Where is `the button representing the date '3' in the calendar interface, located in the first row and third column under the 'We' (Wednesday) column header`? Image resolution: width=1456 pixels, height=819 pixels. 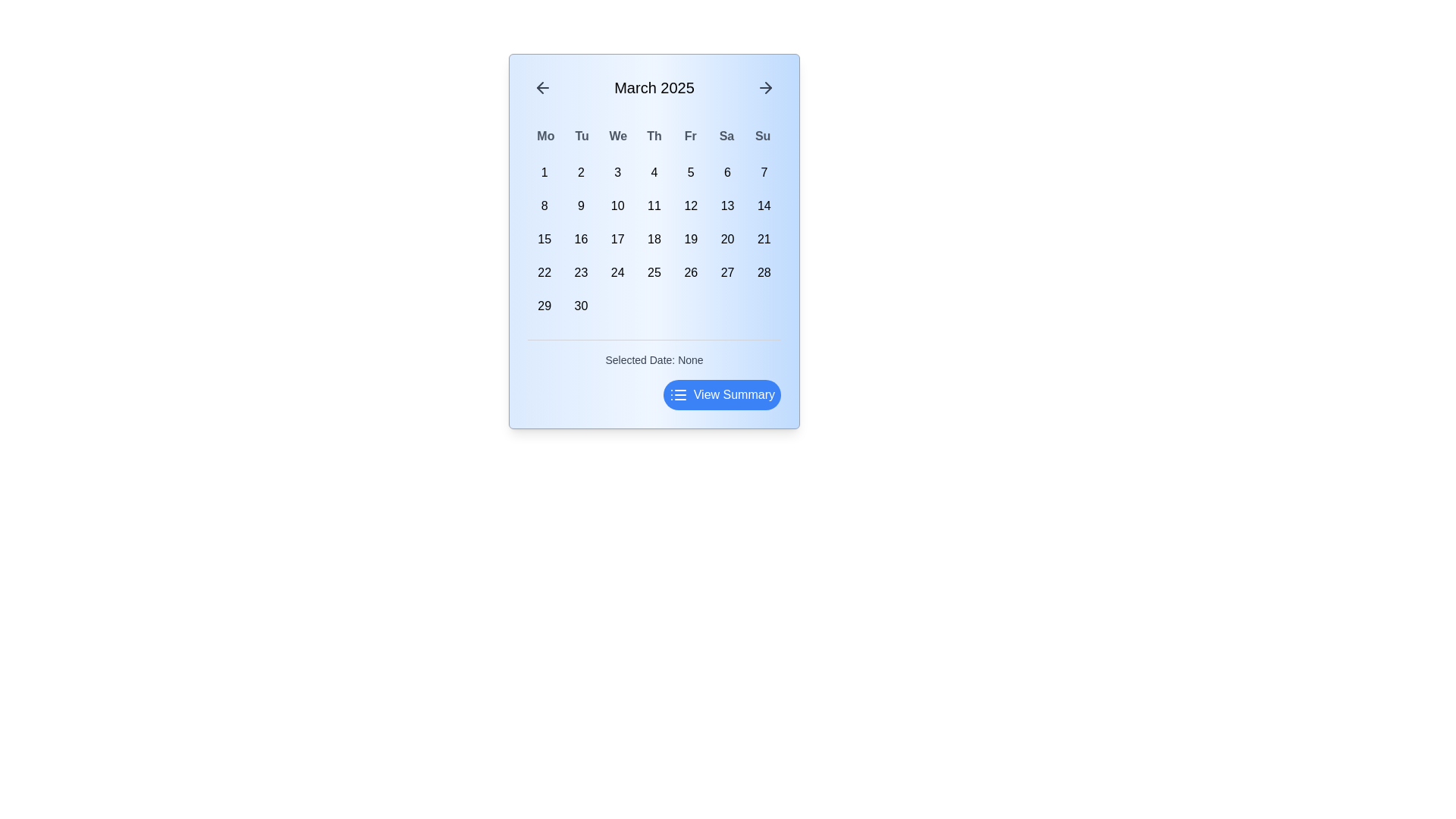
the button representing the date '3' in the calendar interface, located in the first row and third column under the 'We' (Wednesday) column header is located at coordinates (617, 171).